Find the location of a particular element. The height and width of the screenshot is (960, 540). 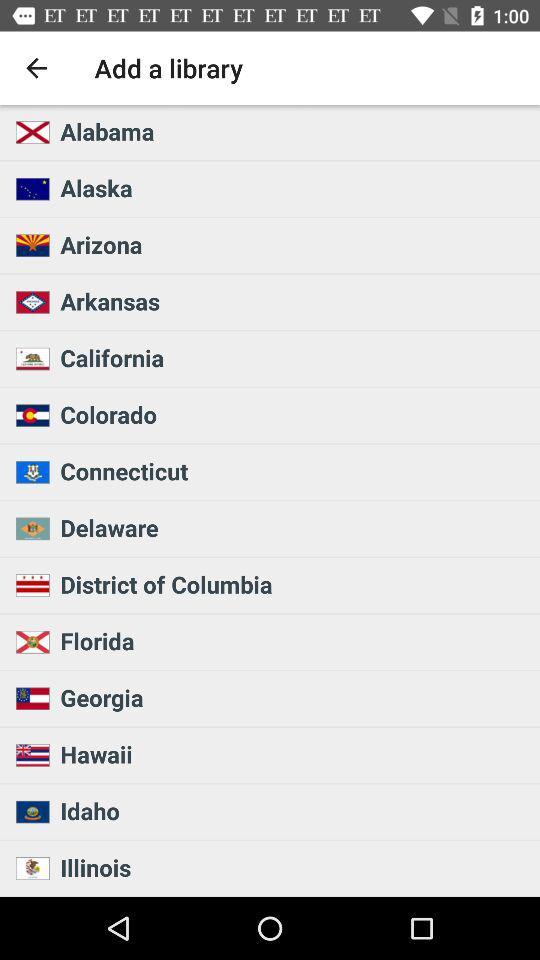

arkansas icon is located at coordinates (293, 301).